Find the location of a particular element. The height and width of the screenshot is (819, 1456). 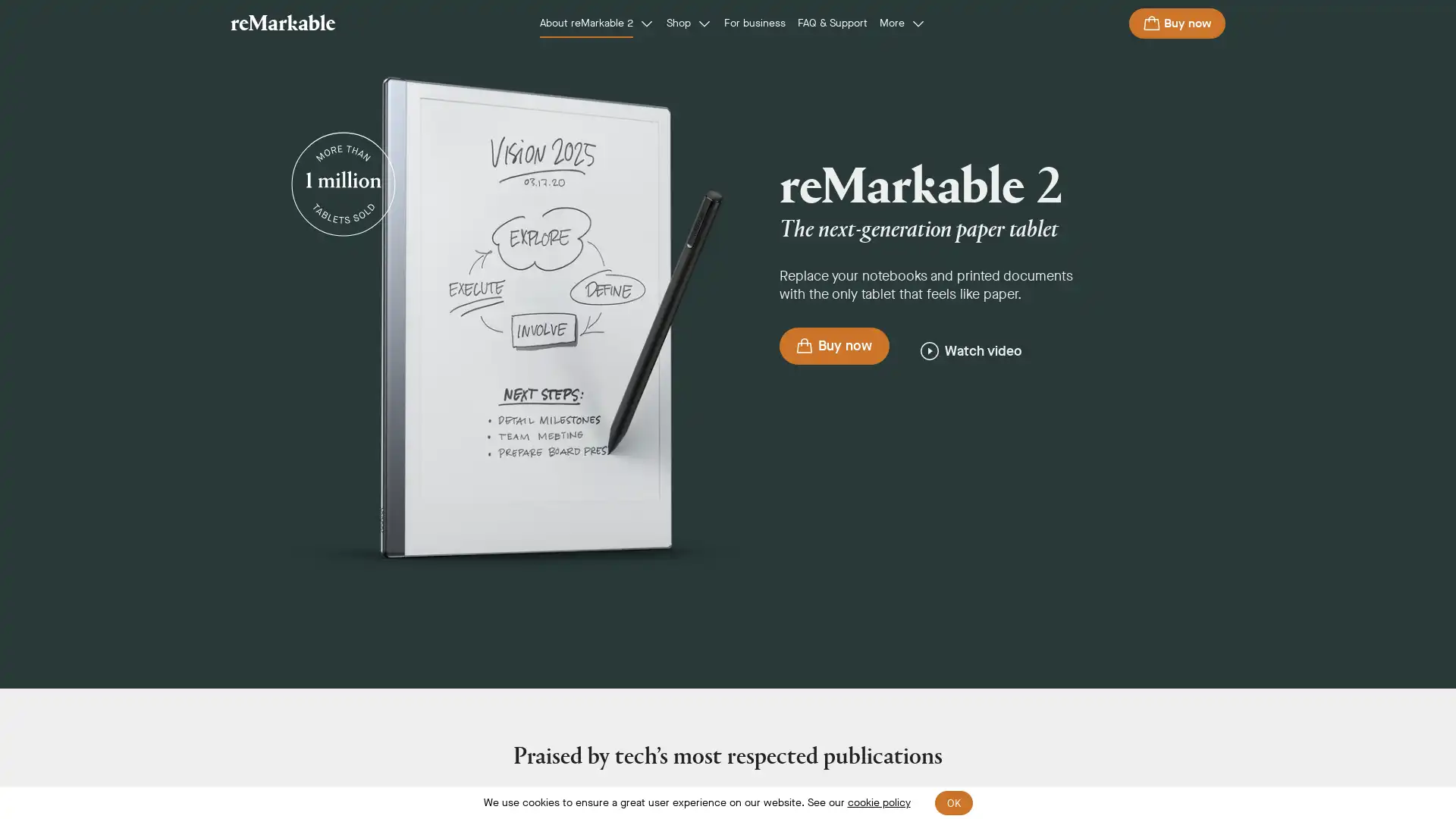

Buy now is located at coordinates (1176, 23).